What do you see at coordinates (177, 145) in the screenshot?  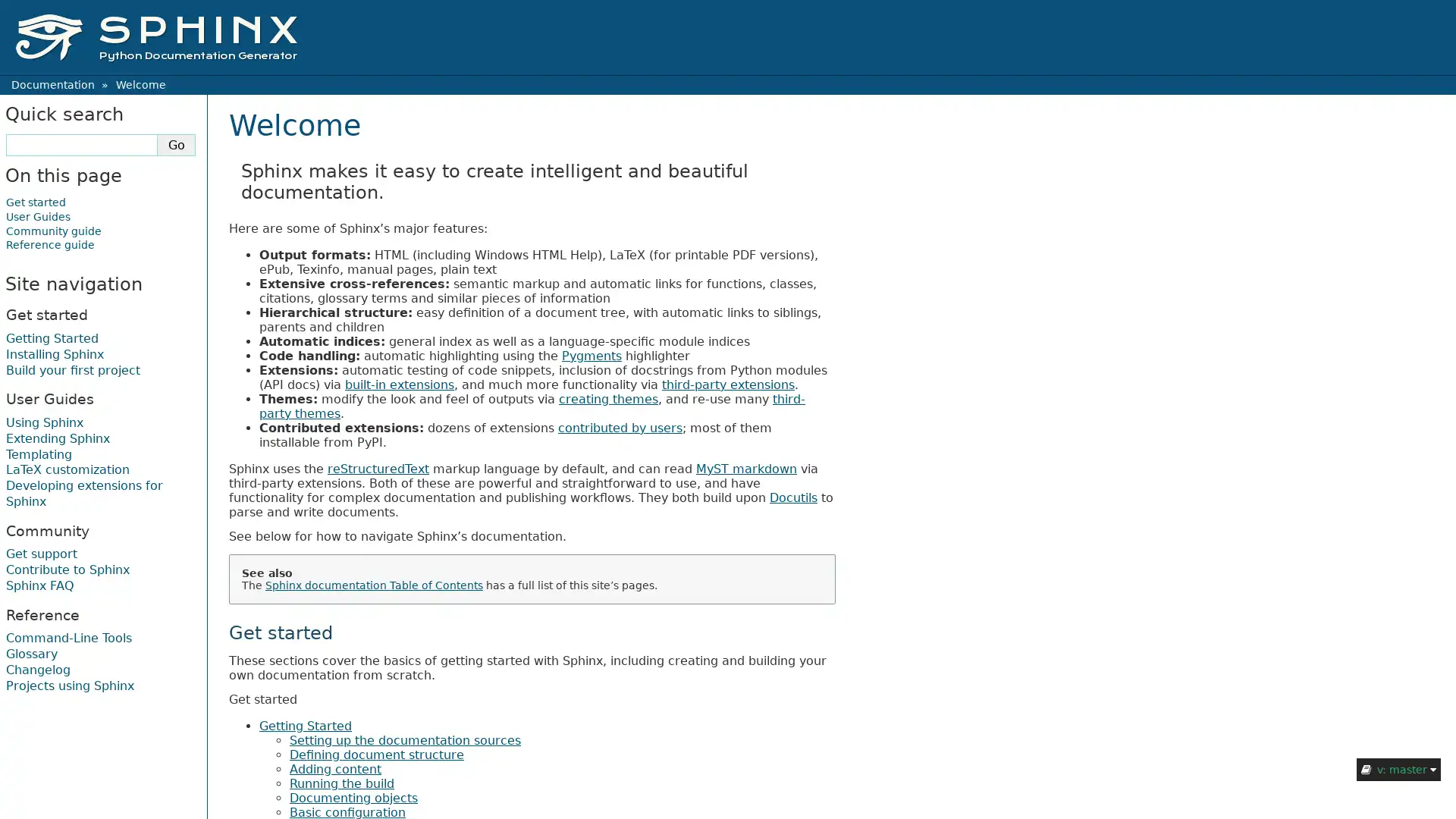 I see `Go` at bounding box center [177, 145].